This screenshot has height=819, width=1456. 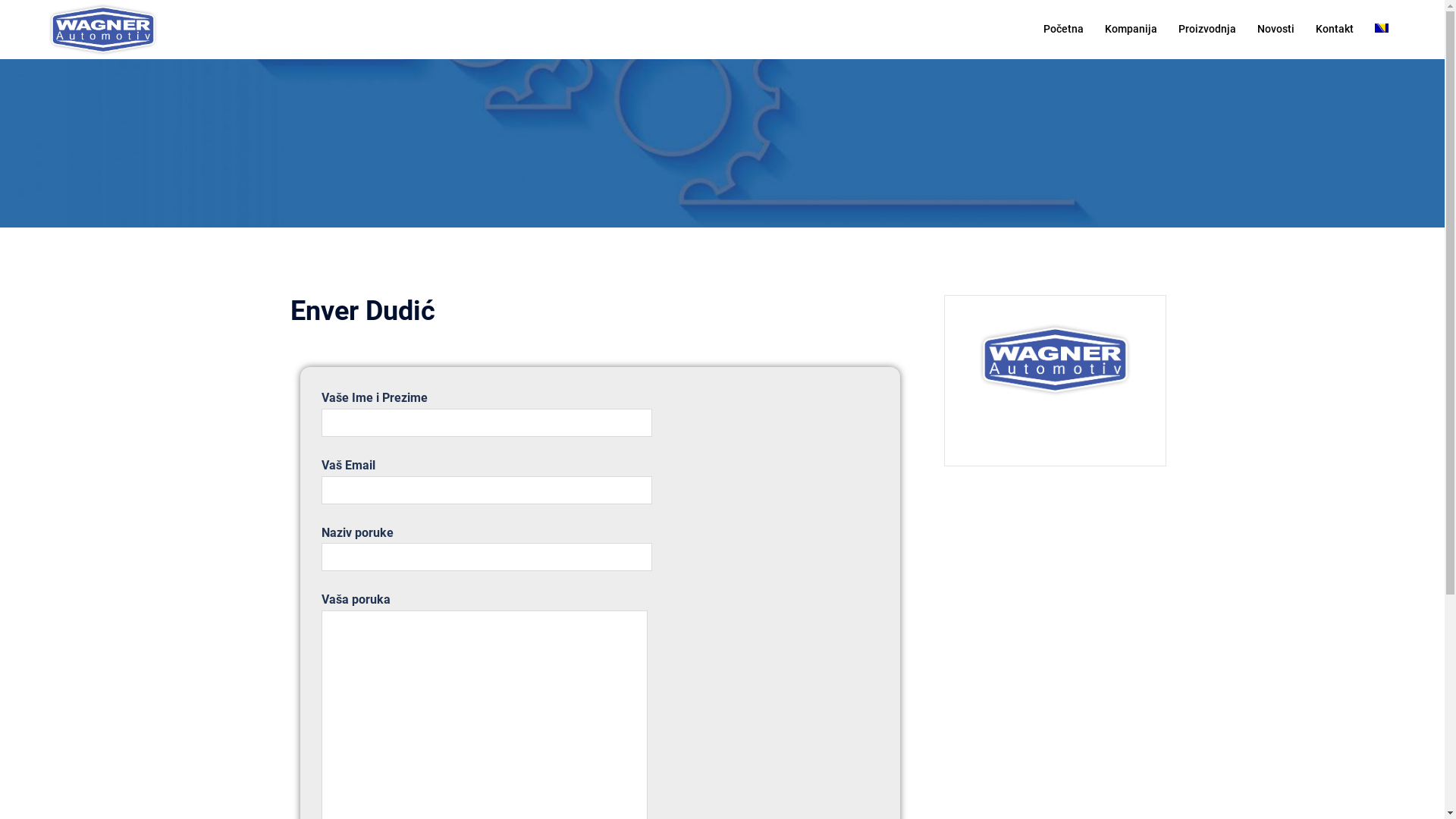 What do you see at coordinates (1275, 29) in the screenshot?
I see `'Novosti'` at bounding box center [1275, 29].